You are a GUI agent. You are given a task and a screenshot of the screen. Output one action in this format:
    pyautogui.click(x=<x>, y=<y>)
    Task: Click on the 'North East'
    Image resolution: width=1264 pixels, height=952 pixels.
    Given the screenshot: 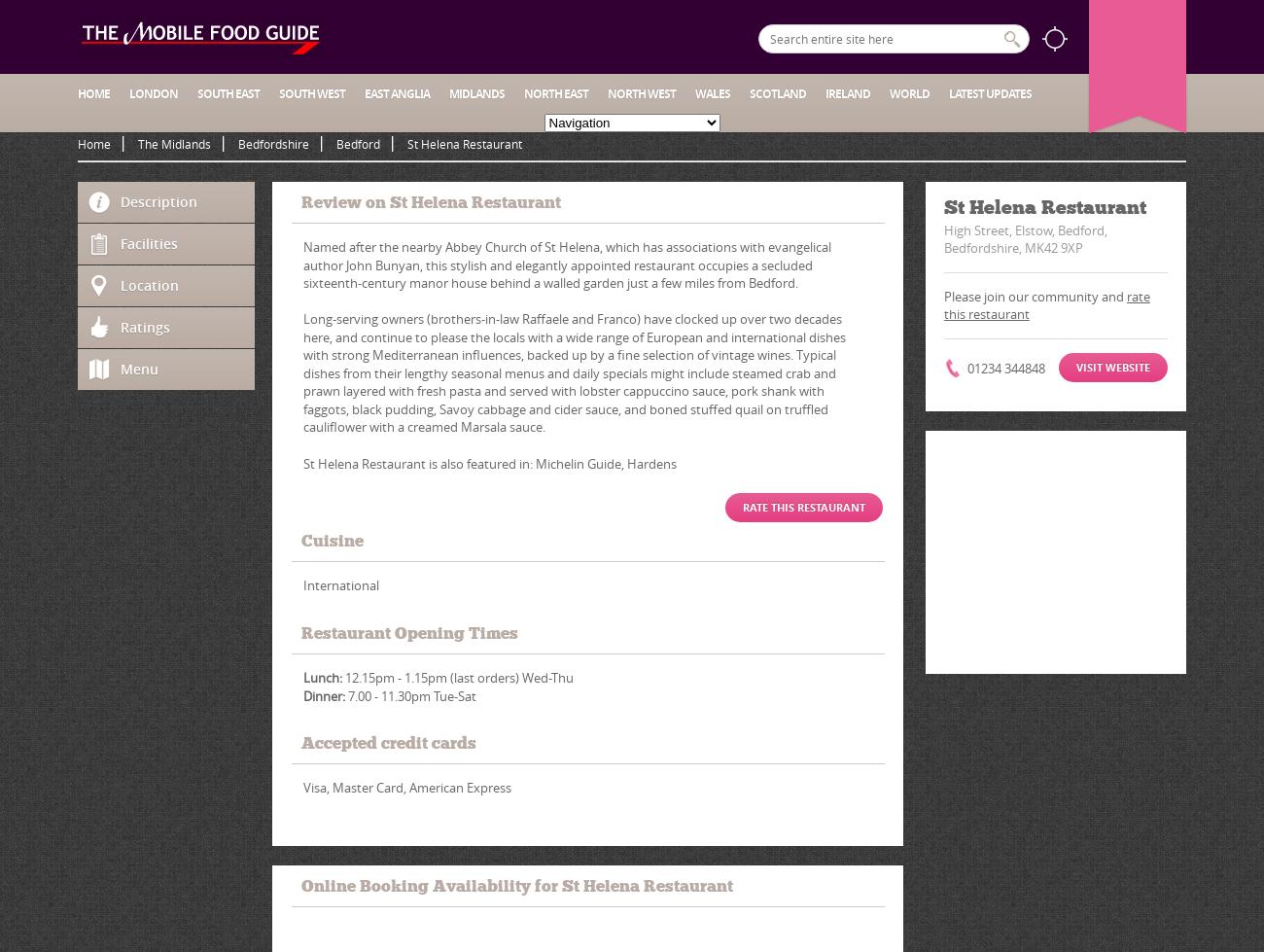 What is the action you would take?
    pyautogui.click(x=555, y=93)
    